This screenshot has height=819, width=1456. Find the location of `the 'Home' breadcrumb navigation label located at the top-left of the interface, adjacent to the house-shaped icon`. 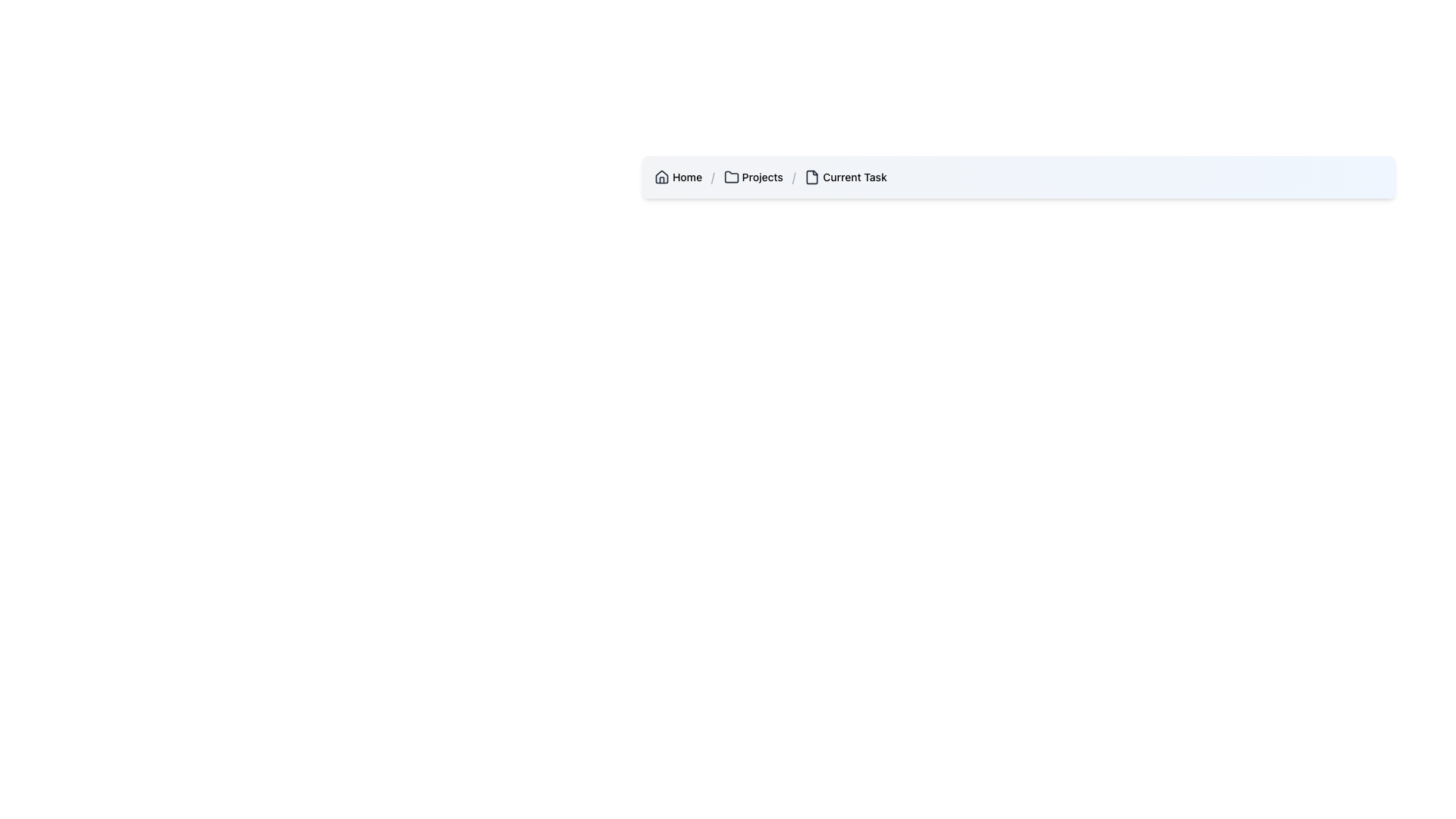

the 'Home' breadcrumb navigation label located at the top-left of the interface, adjacent to the house-shaped icon is located at coordinates (686, 177).